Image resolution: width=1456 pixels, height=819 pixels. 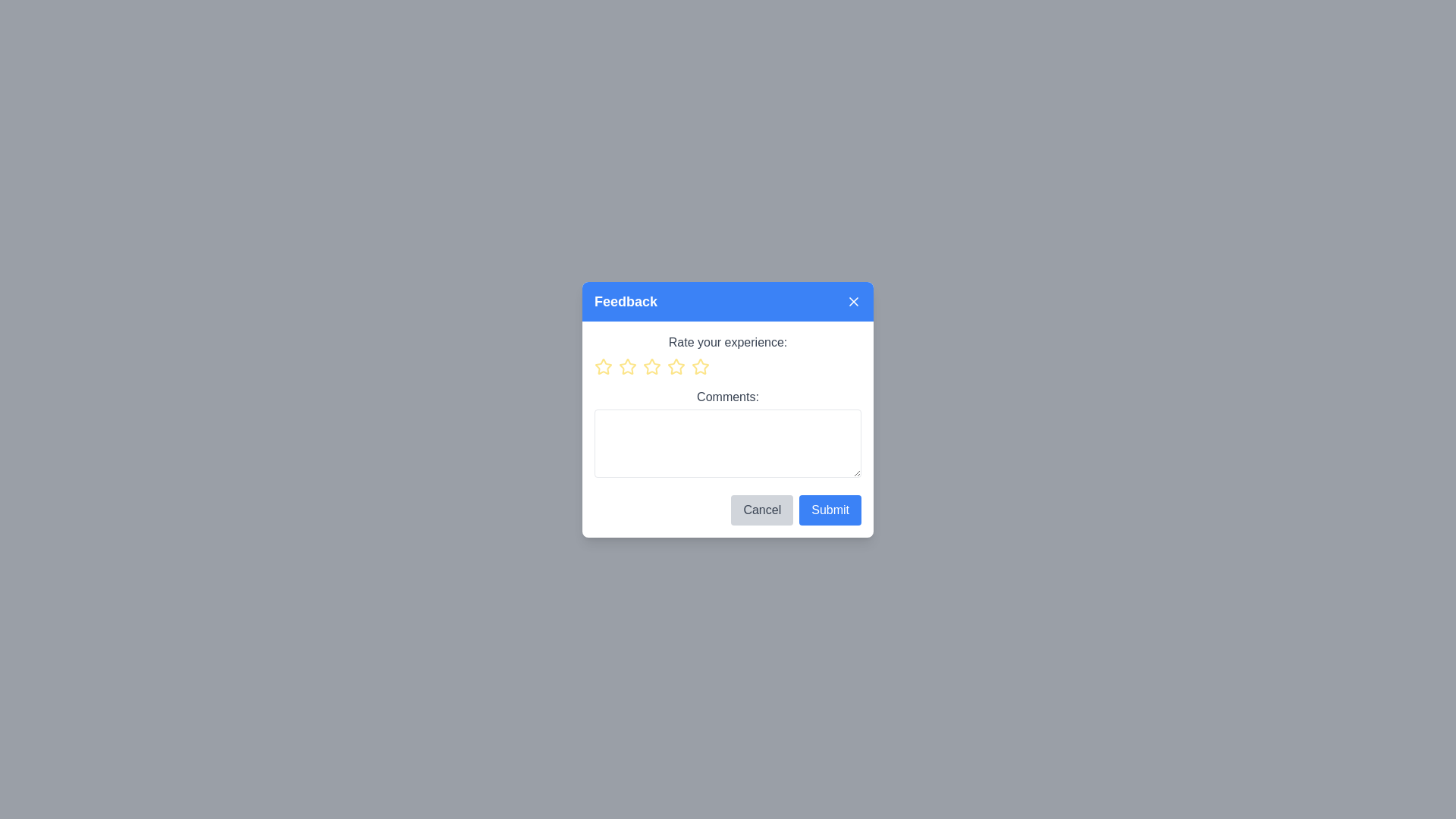 What do you see at coordinates (700, 366) in the screenshot?
I see `the fourth star icon in the rating system` at bounding box center [700, 366].